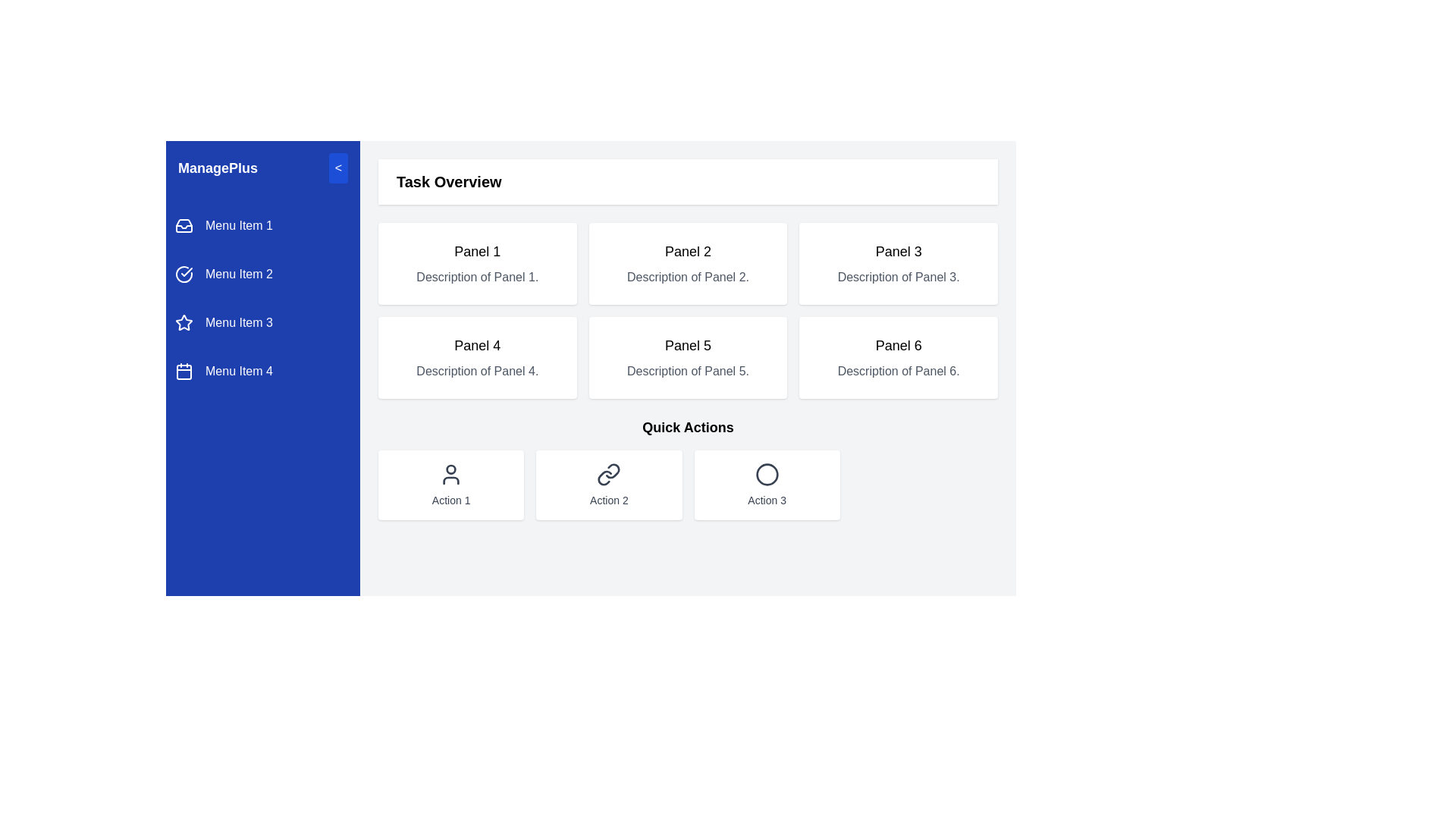 The width and height of the screenshot is (1456, 819). What do you see at coordinates (609, 473) in the screenshot?
I see `the representation of the link icon, which is dark gray with interconnected semi-circular shapes, located in the center of the second quick action card labeled 'Action 2'` at bounding box center [609, 473].